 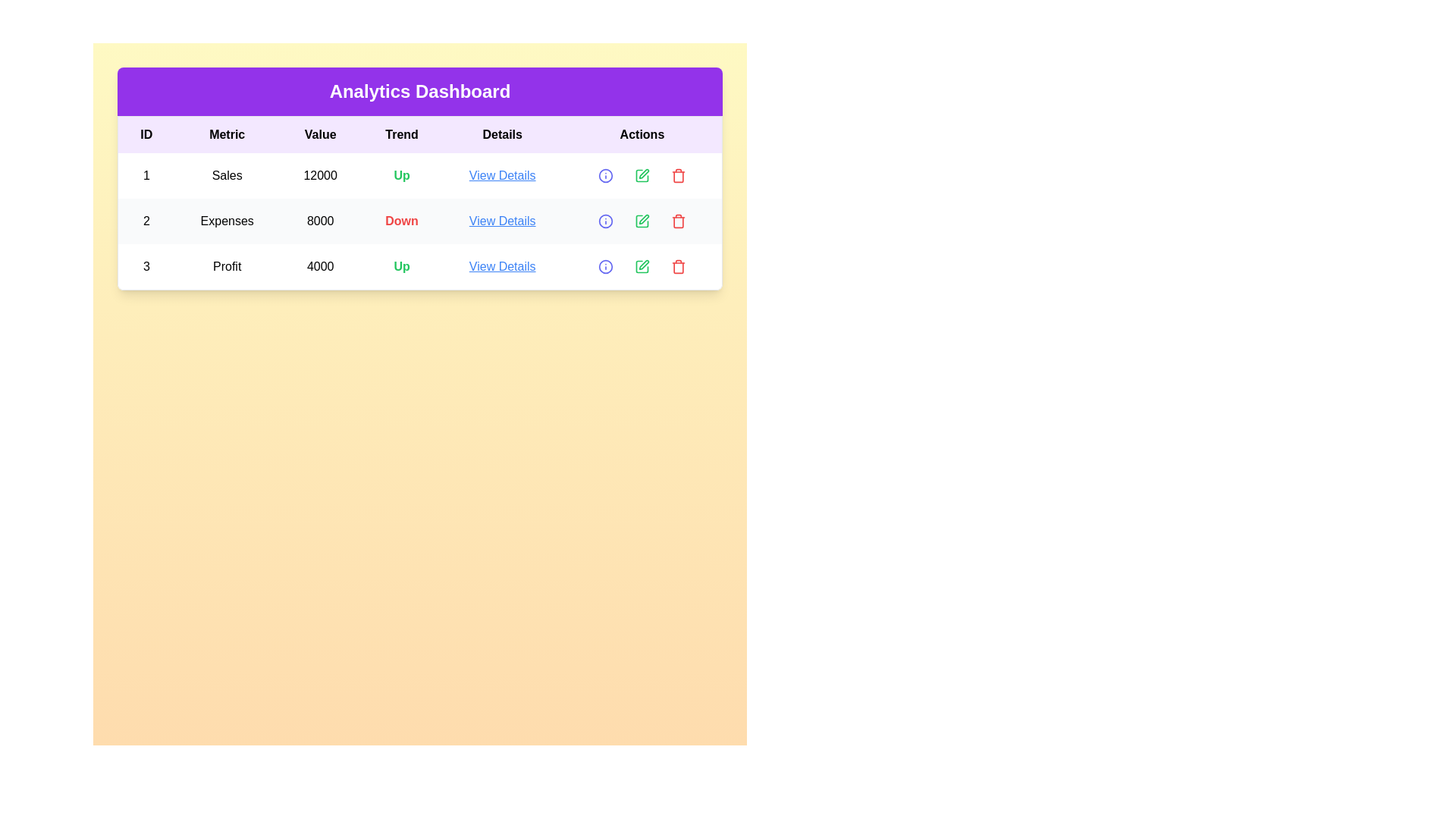 What do you see at coordinates (502, 221) in the screenshot?
I see `the hyperlink styled as text in the second row under the 'Details' column of the table` at bounding box center [502, 221].